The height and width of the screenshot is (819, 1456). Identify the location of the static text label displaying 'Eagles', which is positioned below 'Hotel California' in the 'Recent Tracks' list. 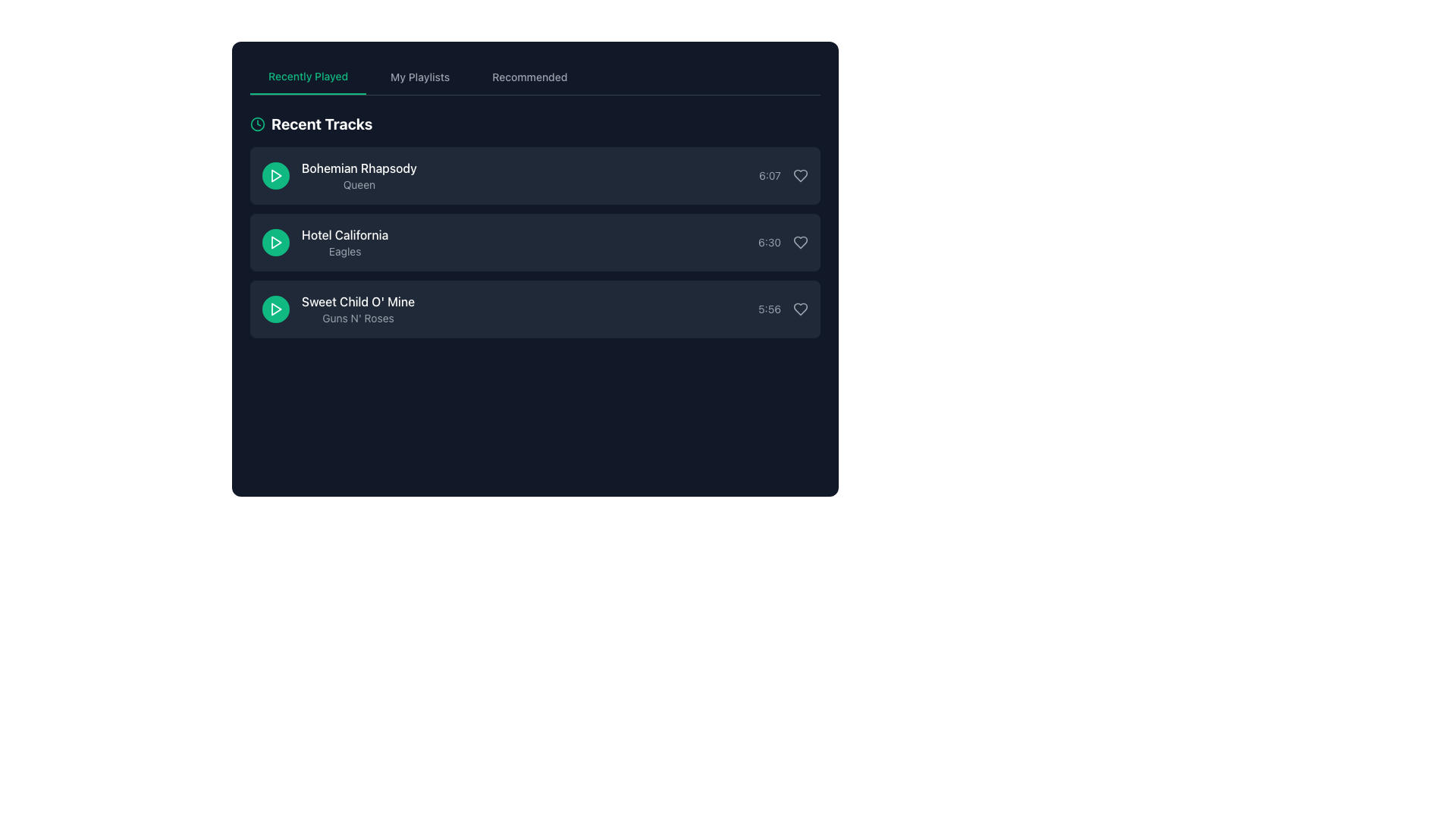
(344, 250).